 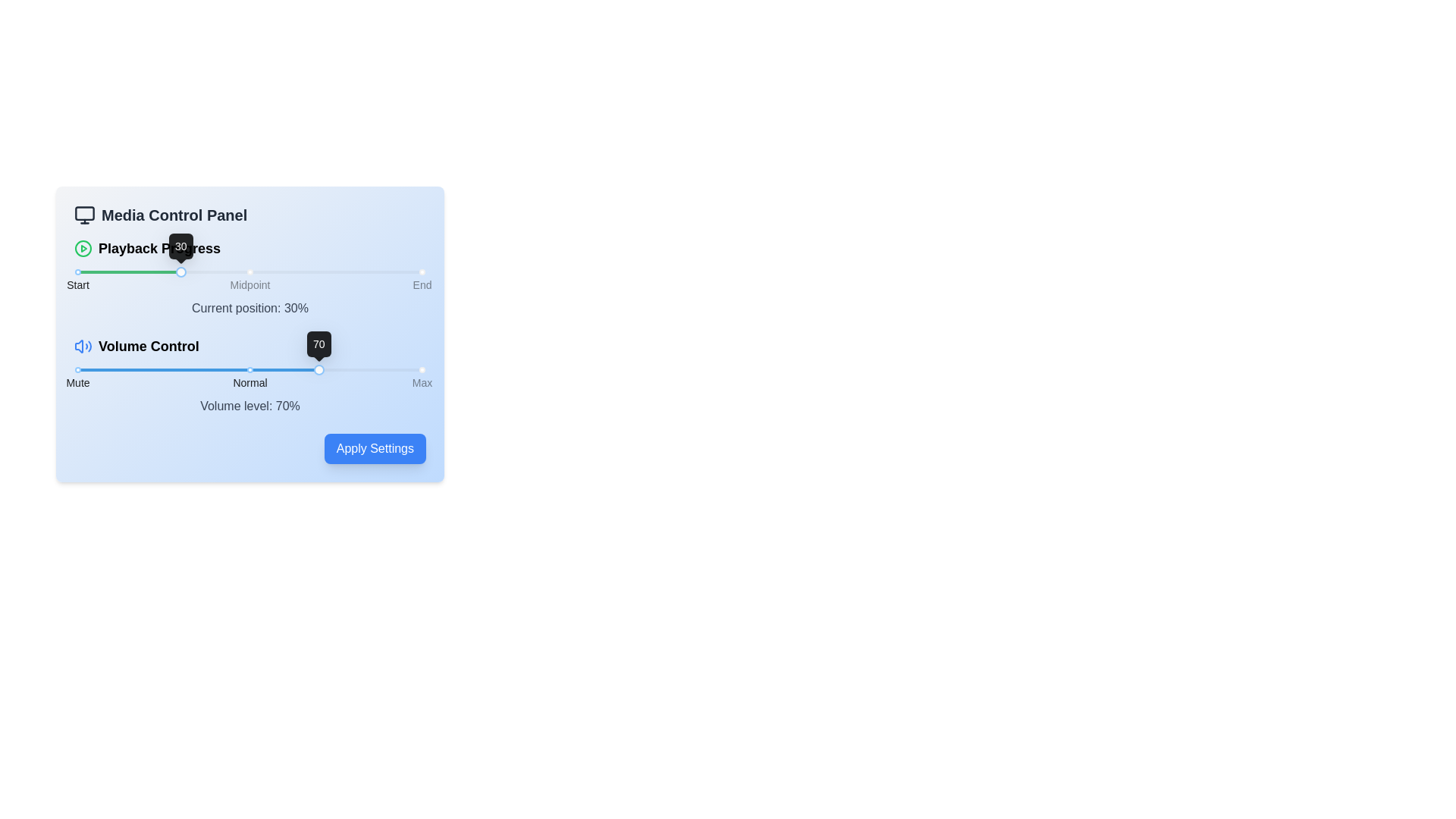 What do you see at coordinates (87, 370) in the screenshot?
I see `the slider` at bounding box center [87, 370].